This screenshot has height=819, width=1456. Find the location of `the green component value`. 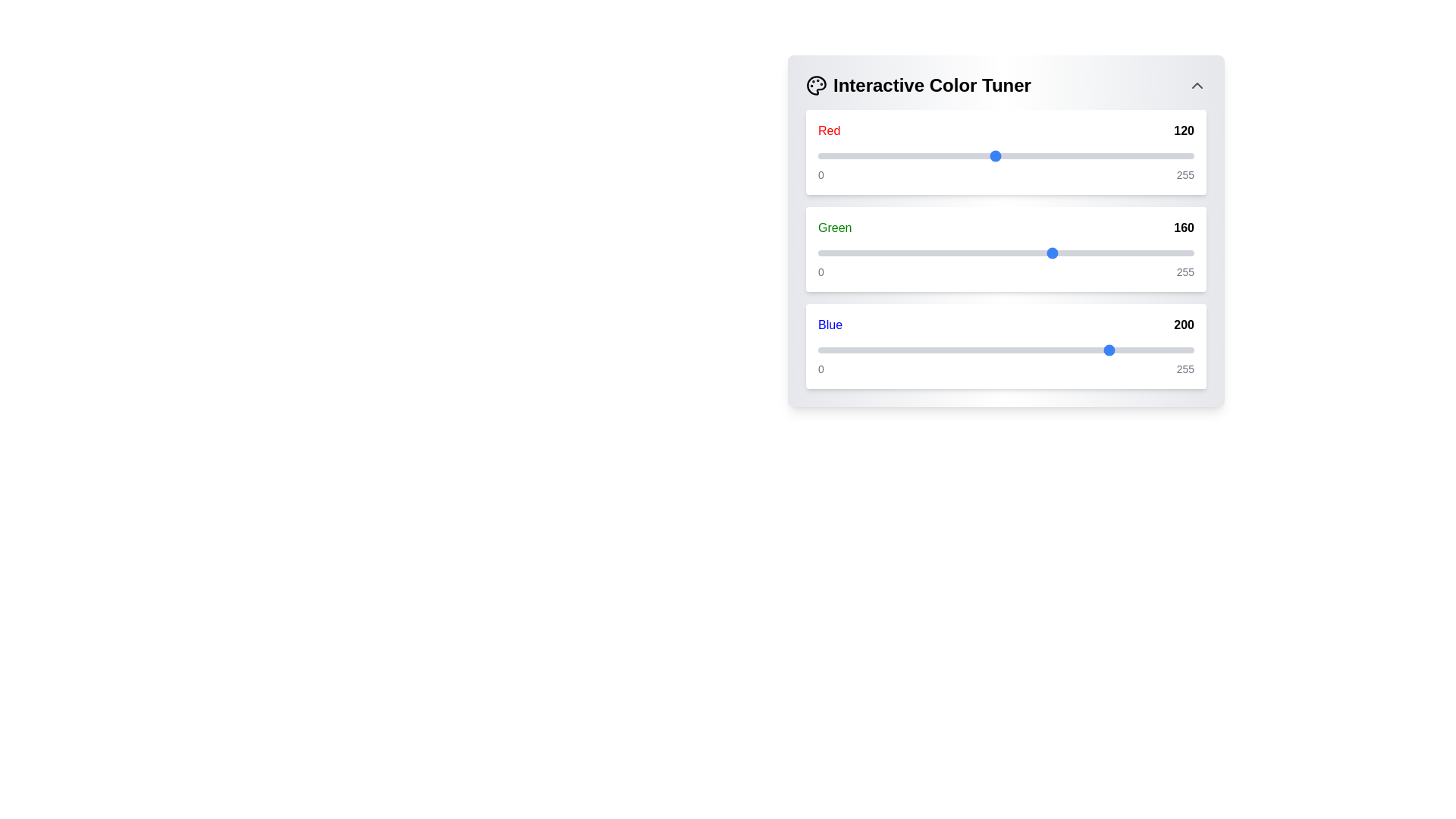

the green component value is located at coordinates (1083, 253).